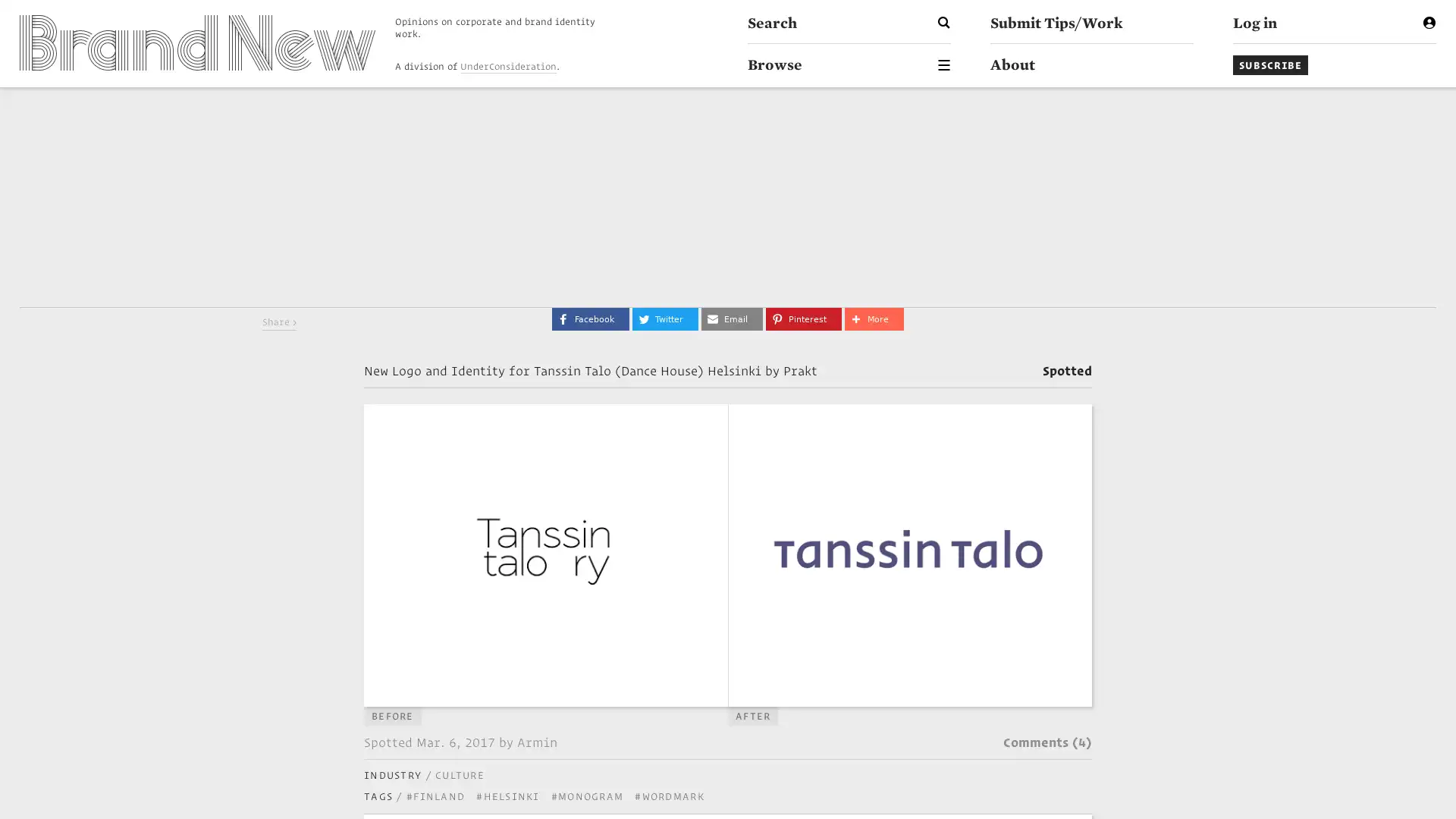 This screenshot has width=1456, height=819. What do you see at coordinates (589, 318) in the screenshot?
I see `Share to Facebook Facebook` at bounding box center [589, 318].